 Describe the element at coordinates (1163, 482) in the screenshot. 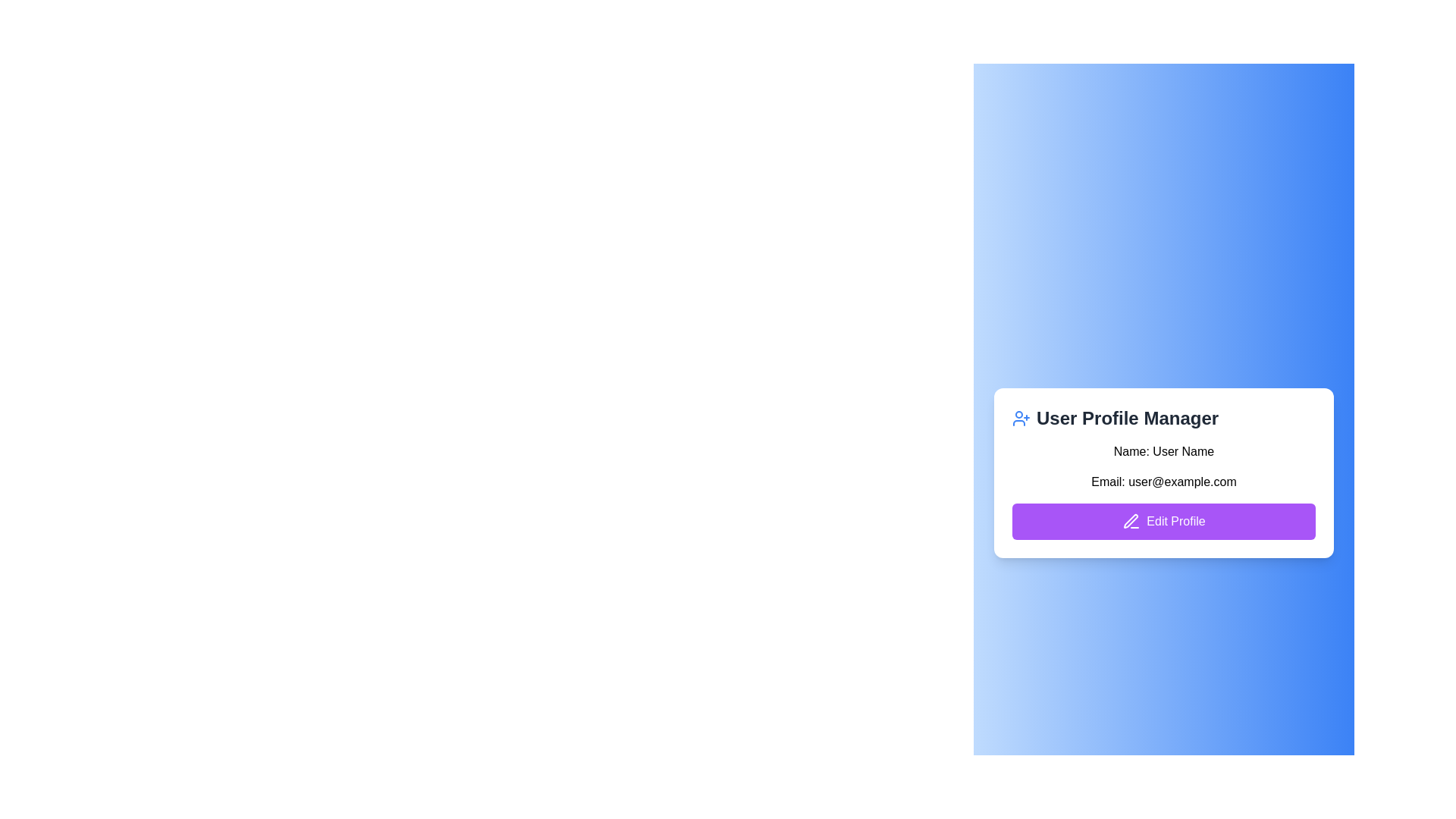

I see `the static text display showing 'Email: user@example.com', which is located below 'Name: User Name' and above the 'Edit Profile' button` at that location.